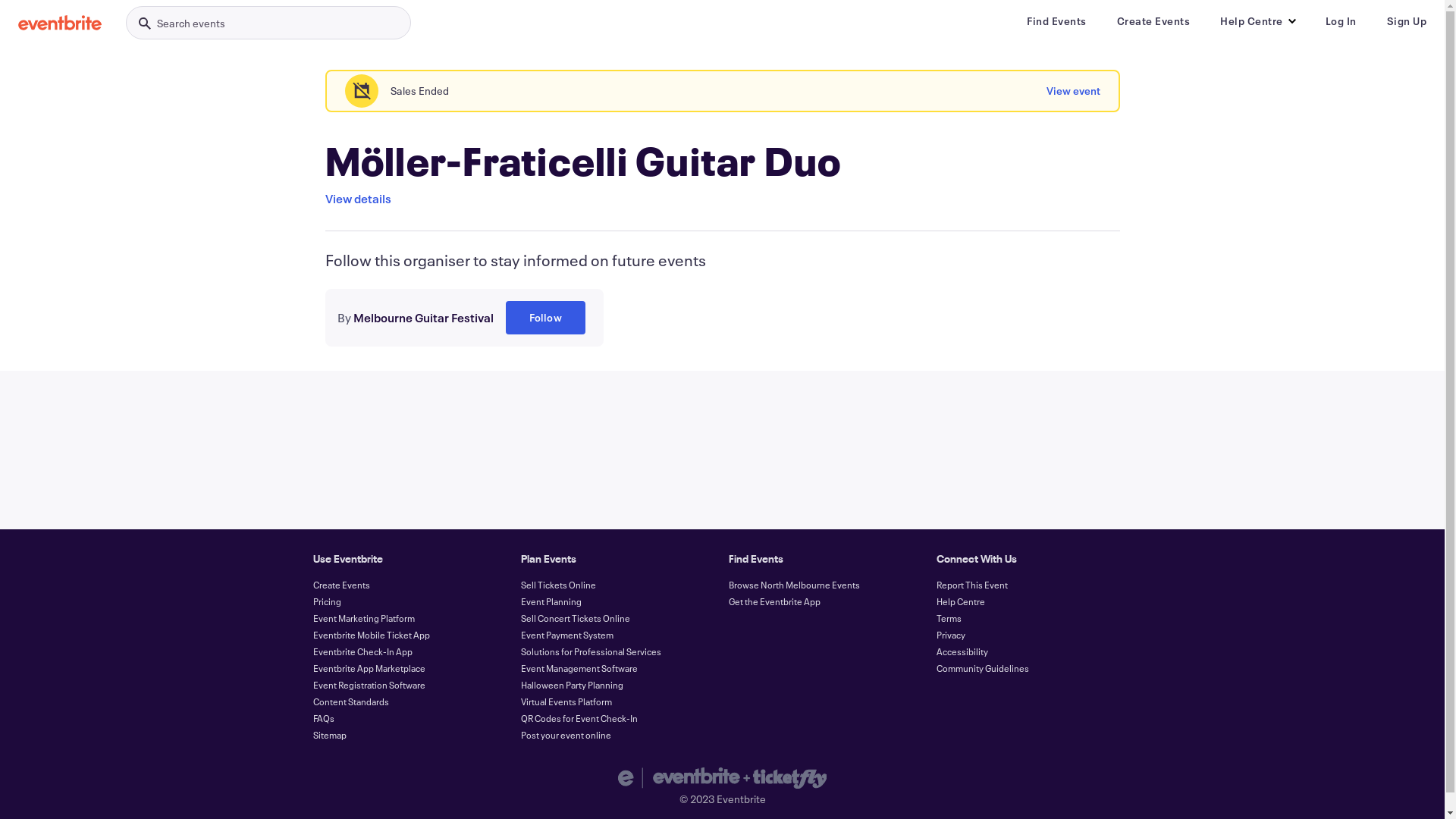 The height and width of the screenshot is (819, 1456). Describe the element at coordinates (59, 23) in the screenshot. I see `'Eventbrite'` at that location.